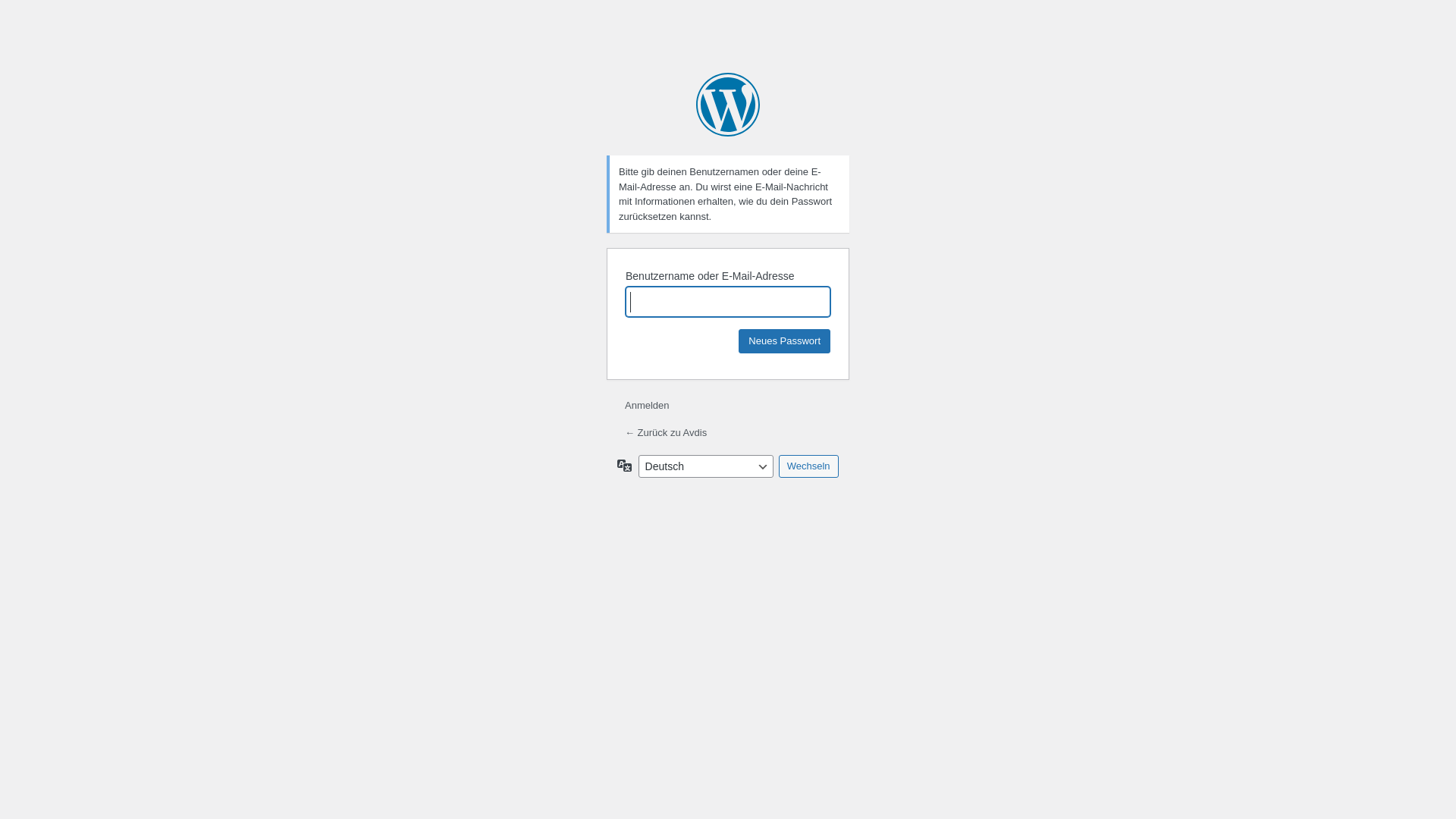 Image resolution: width=1456 pixels, height=819 pixels. Describe the element at coordinates (808, 465) in the screenshot. I see `'Wechseln'` at that location.